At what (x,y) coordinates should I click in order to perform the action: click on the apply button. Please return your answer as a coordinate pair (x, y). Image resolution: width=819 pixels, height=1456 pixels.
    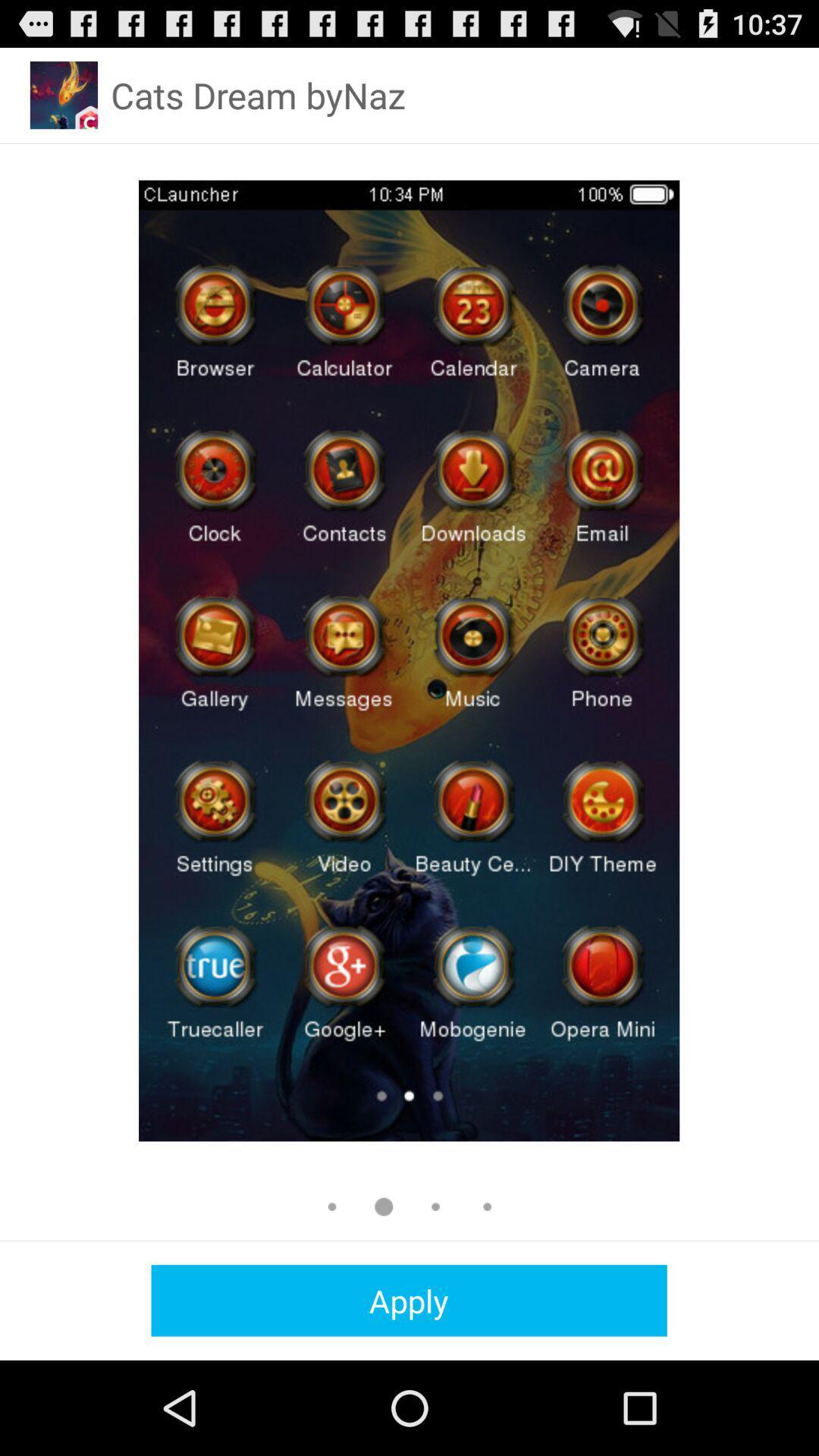
    Looking at the image, I should click on (408, 1300).